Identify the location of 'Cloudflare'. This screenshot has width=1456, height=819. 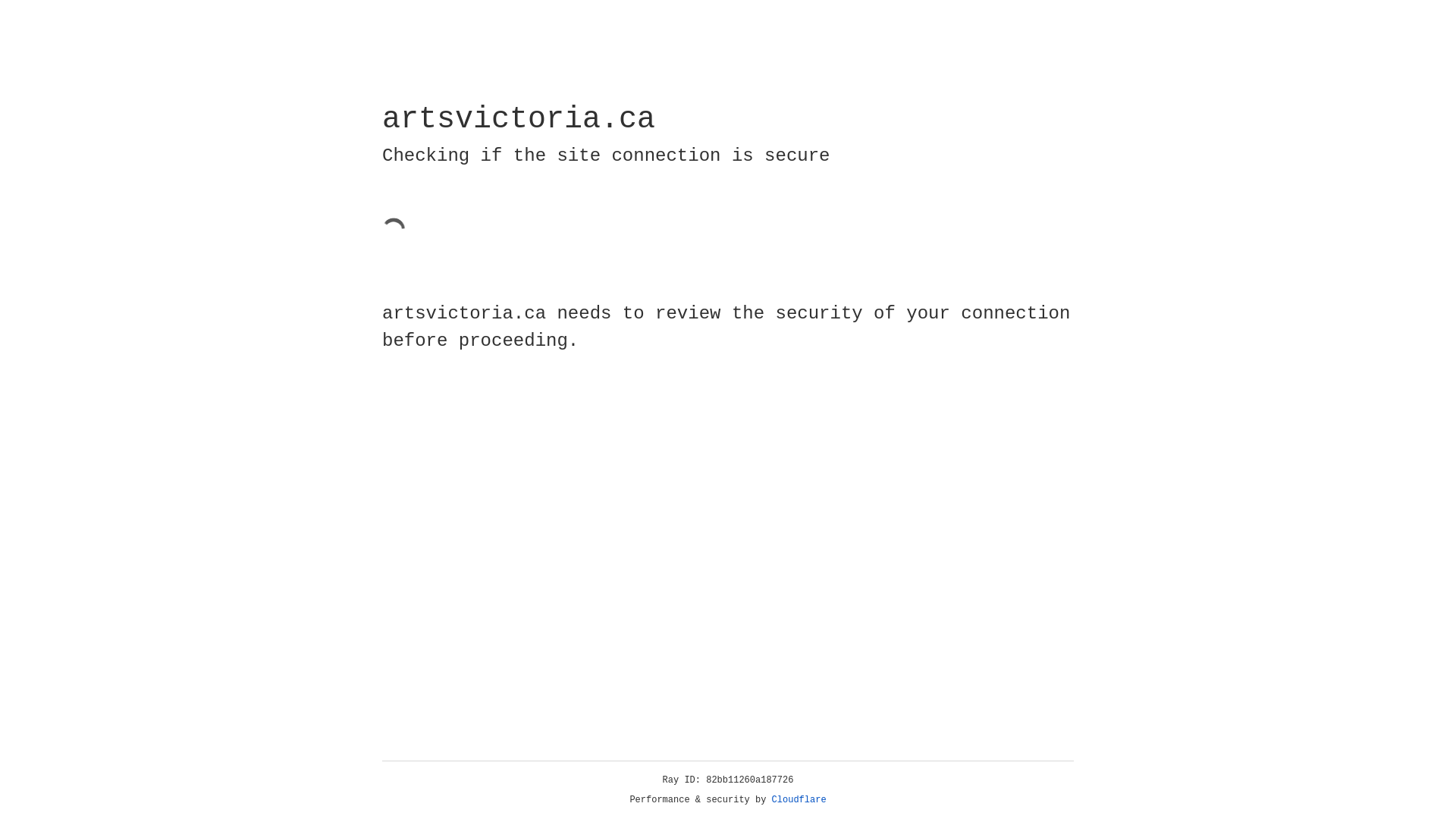
(799, 799).